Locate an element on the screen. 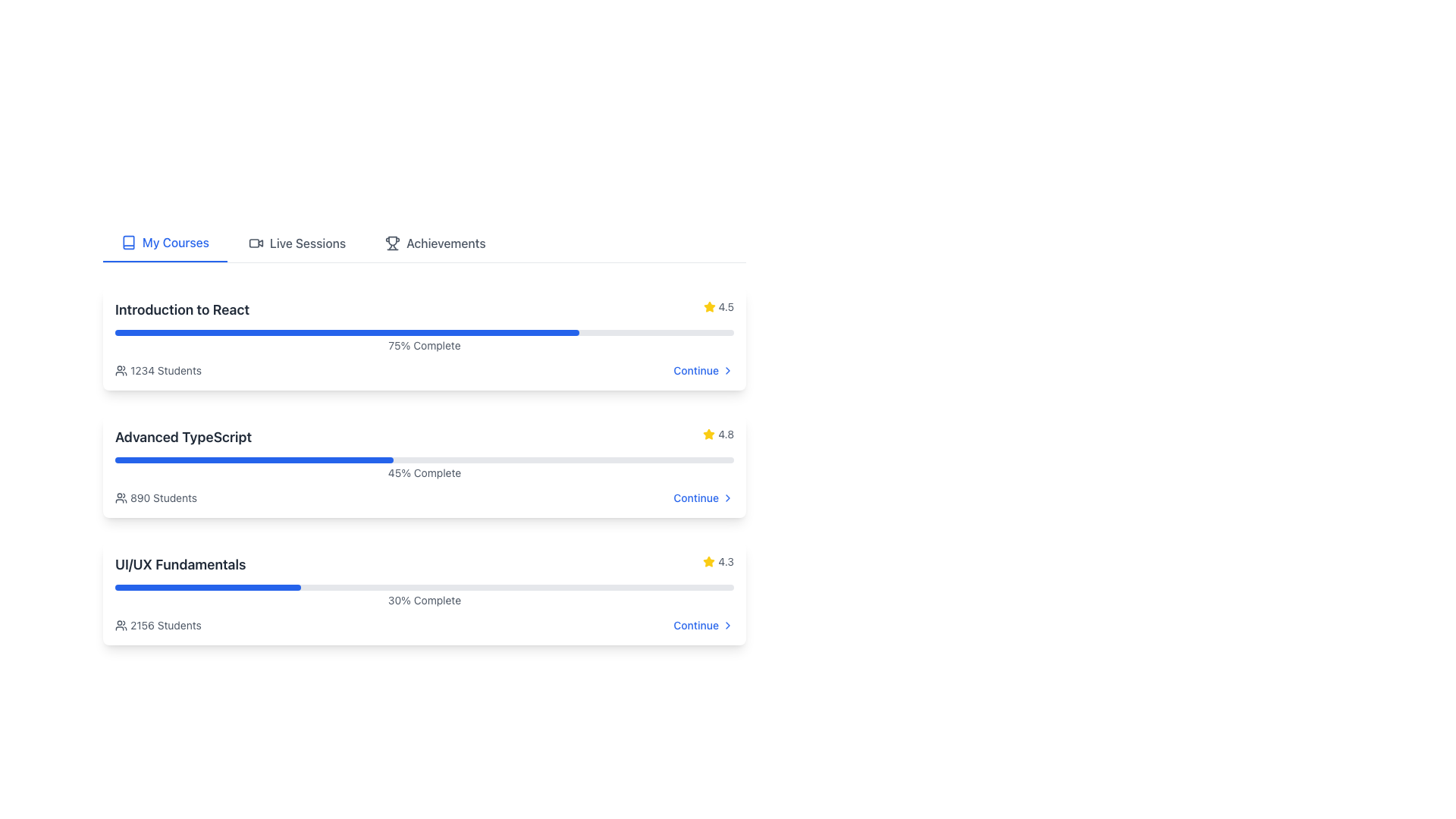  the text label indicating the currently active tab in the navigation menu, which represents the 'My Courses' section is located at coordinates (175, 242).